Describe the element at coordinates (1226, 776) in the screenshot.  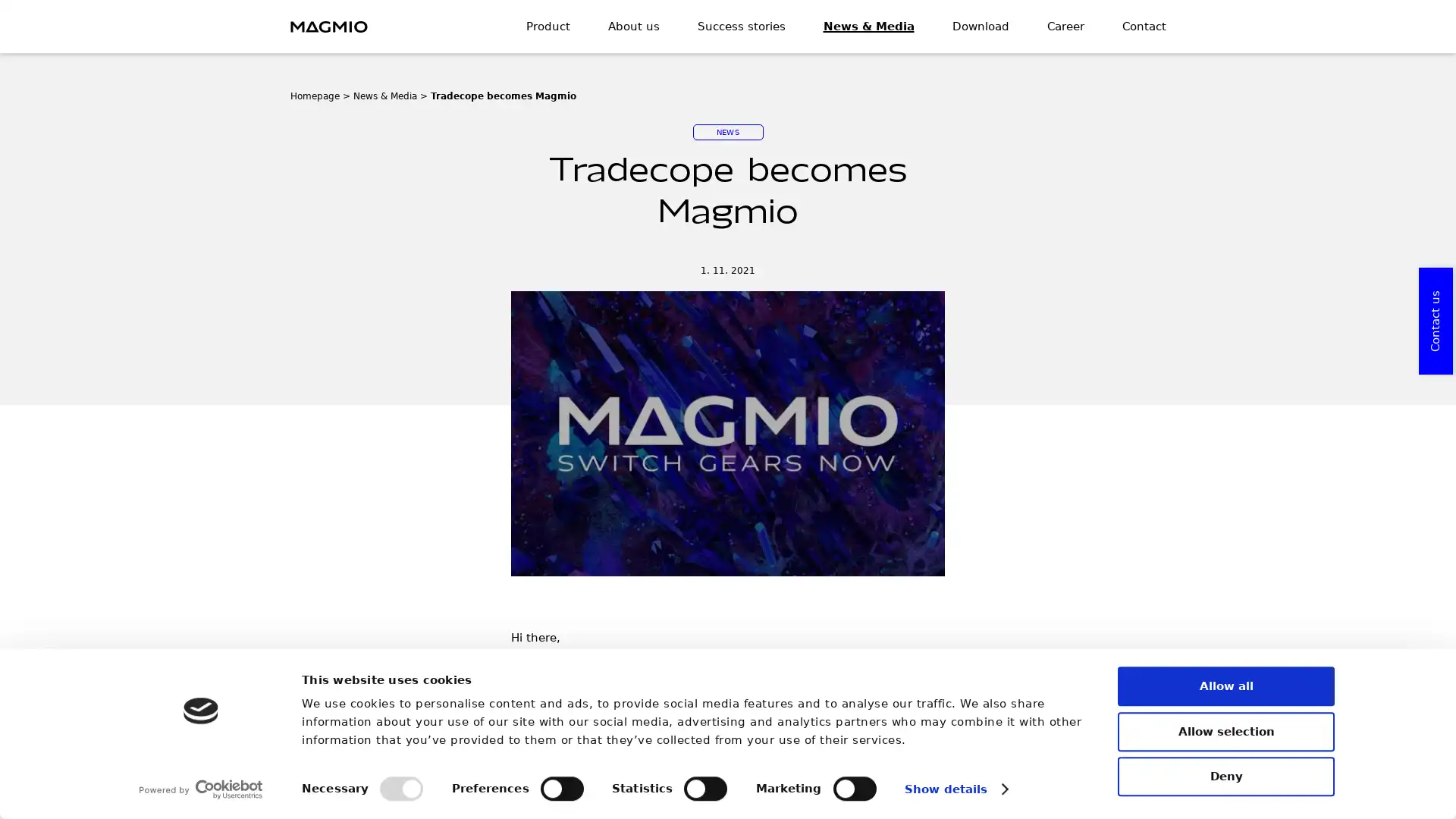
I see `Deny` at that location.